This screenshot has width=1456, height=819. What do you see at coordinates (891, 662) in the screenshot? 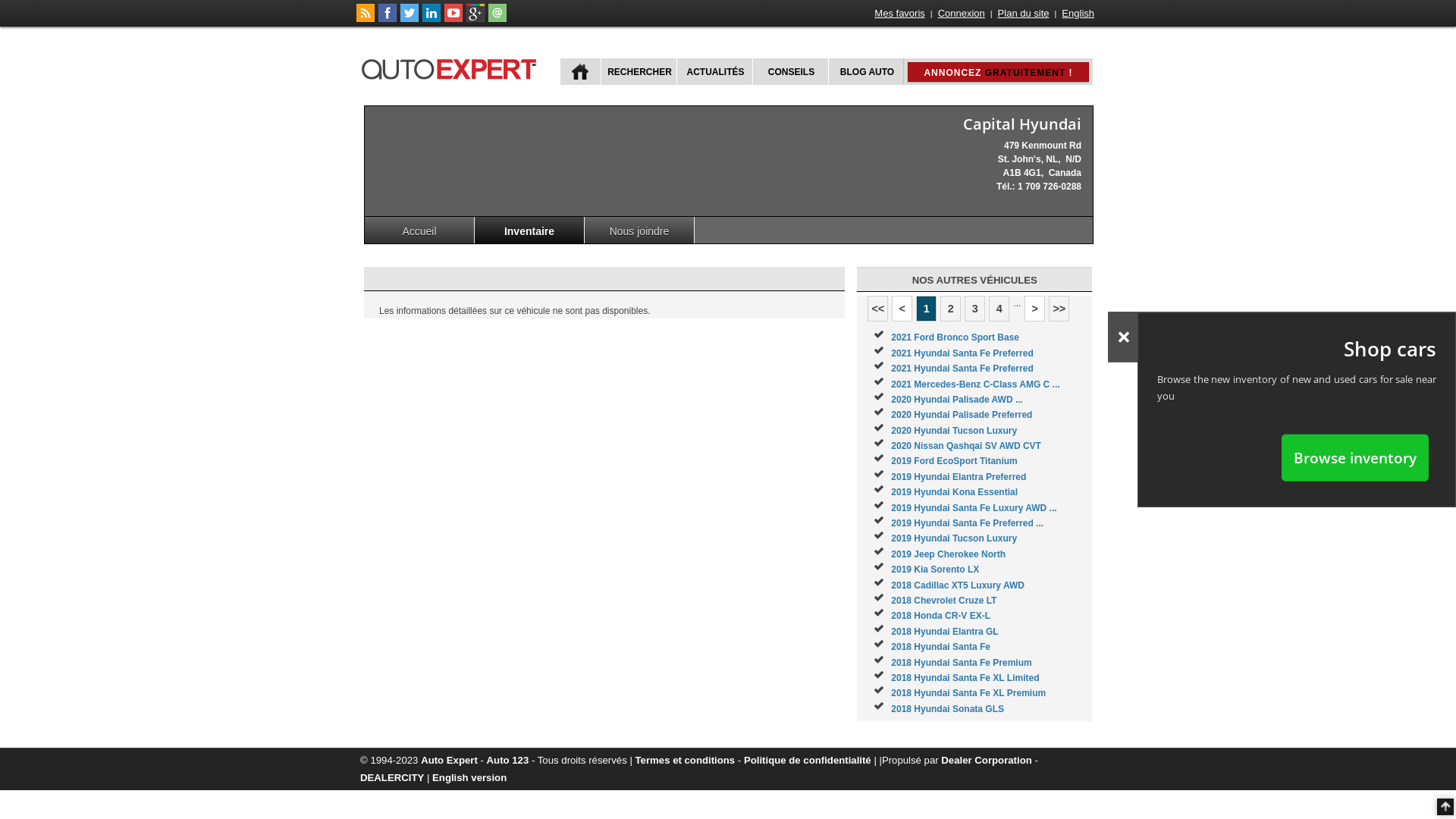
I see `'2018 Hyundai Santa Fe Premium'` at bounding box center [891, 662].